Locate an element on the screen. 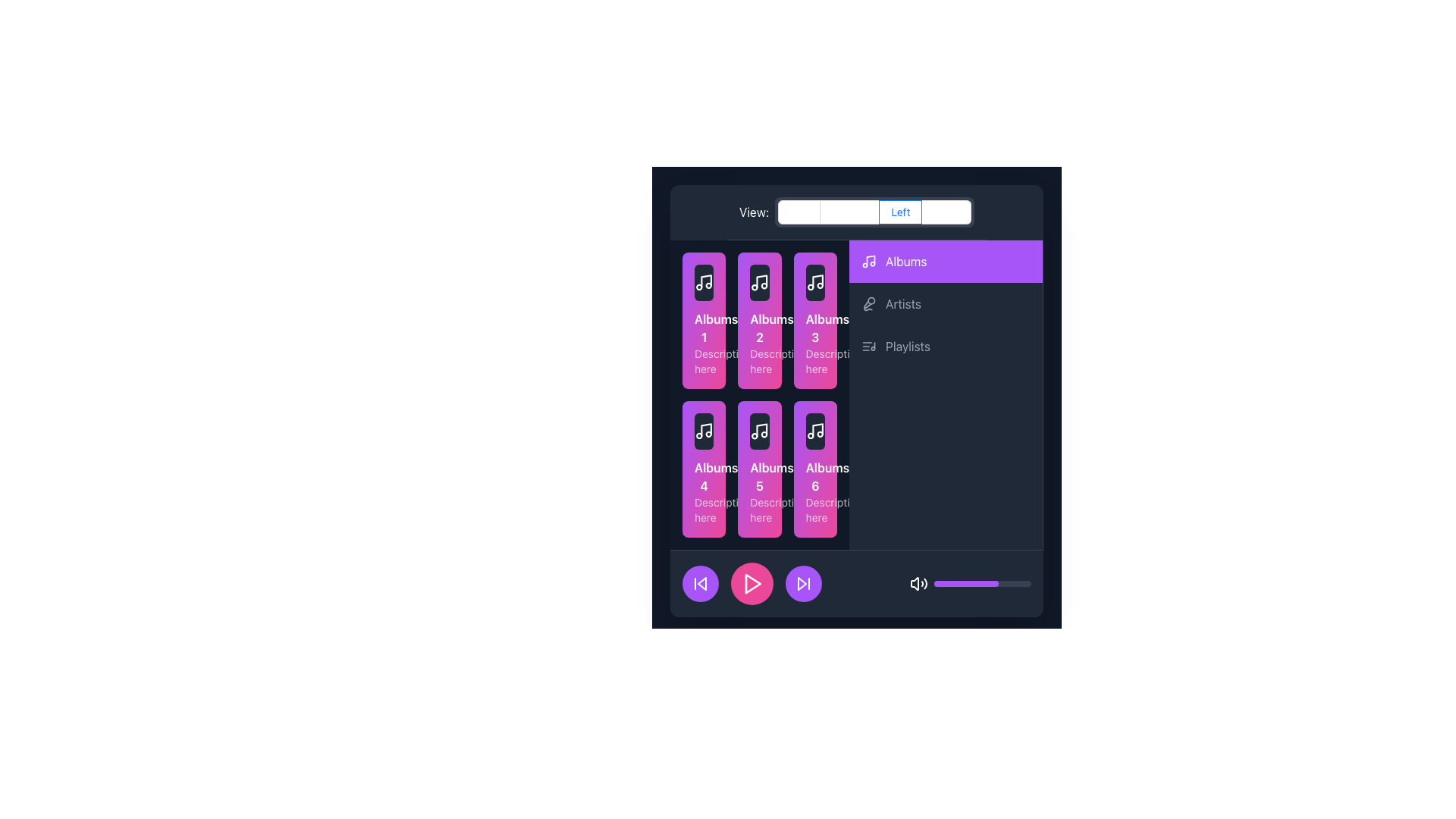 The height and width of the screenshot is (819, 1456). the descriptive text label is located at coordinates (703, 362).